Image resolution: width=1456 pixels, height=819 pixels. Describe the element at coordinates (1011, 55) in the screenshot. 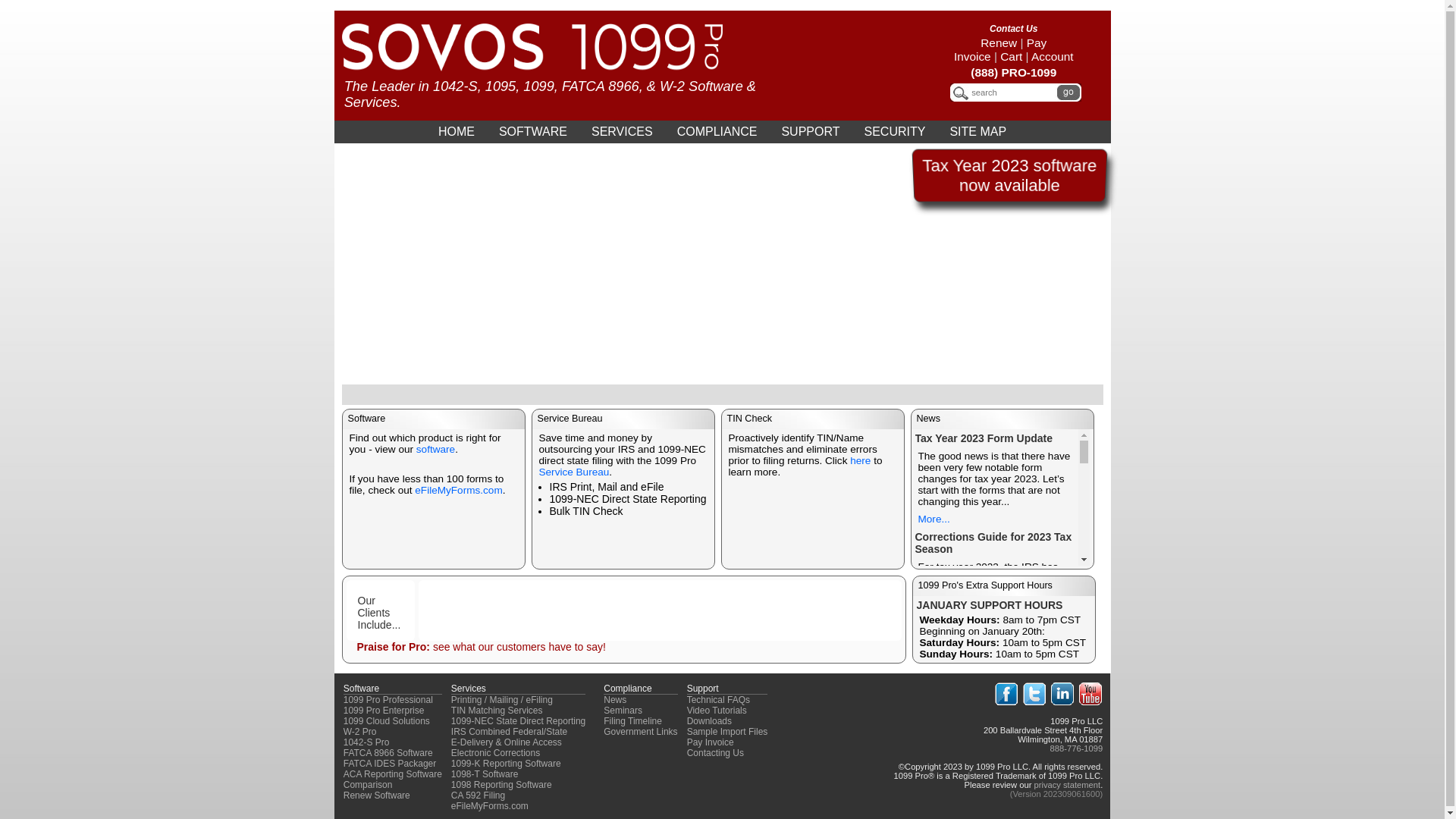

I see `'Cart'` at that location.